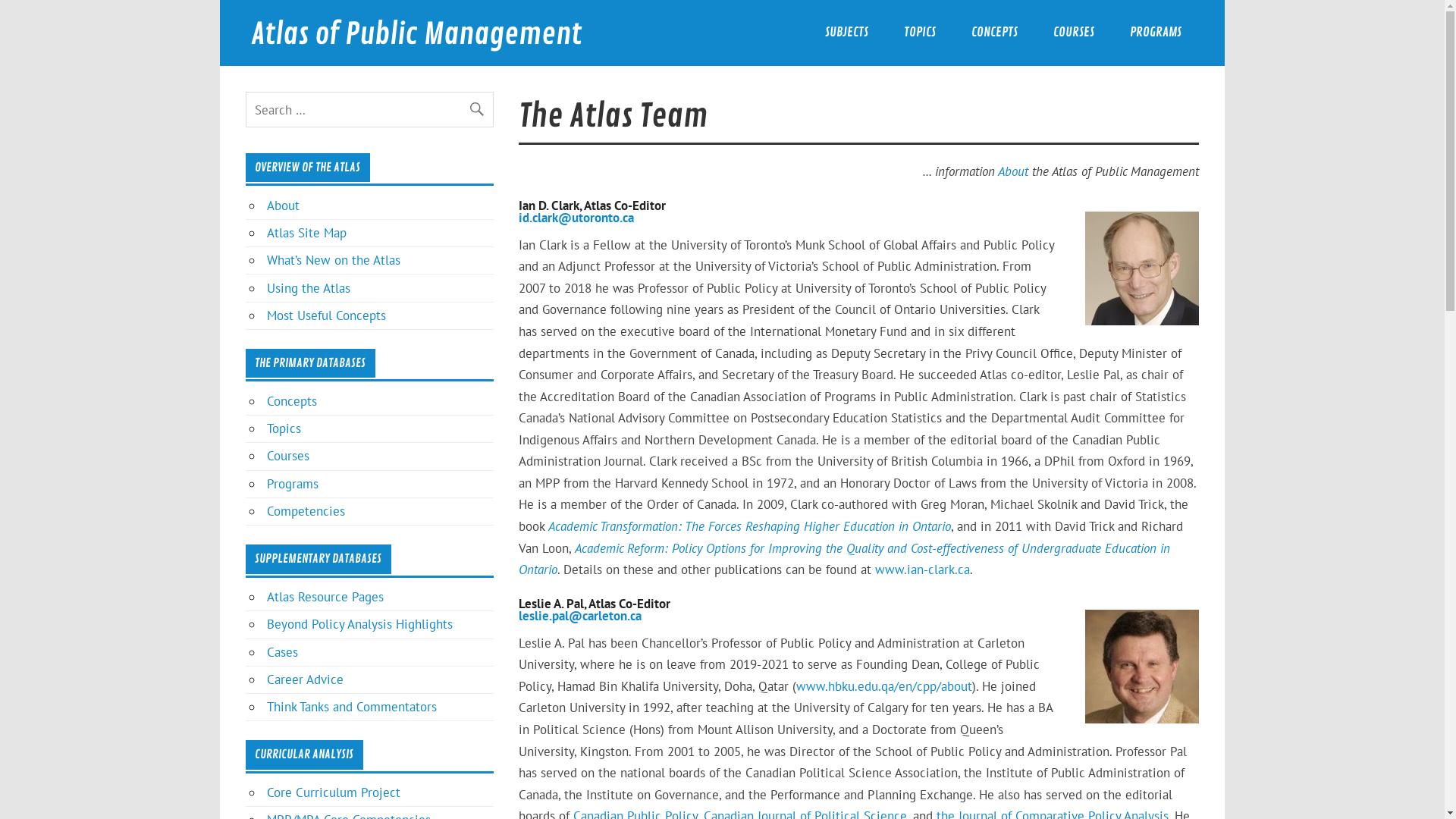  What do you see at coordinates (359, 623) in the screenshot?
I see `'Beyond Policy Analysis Highlights'` at bounding box center [359, 623].